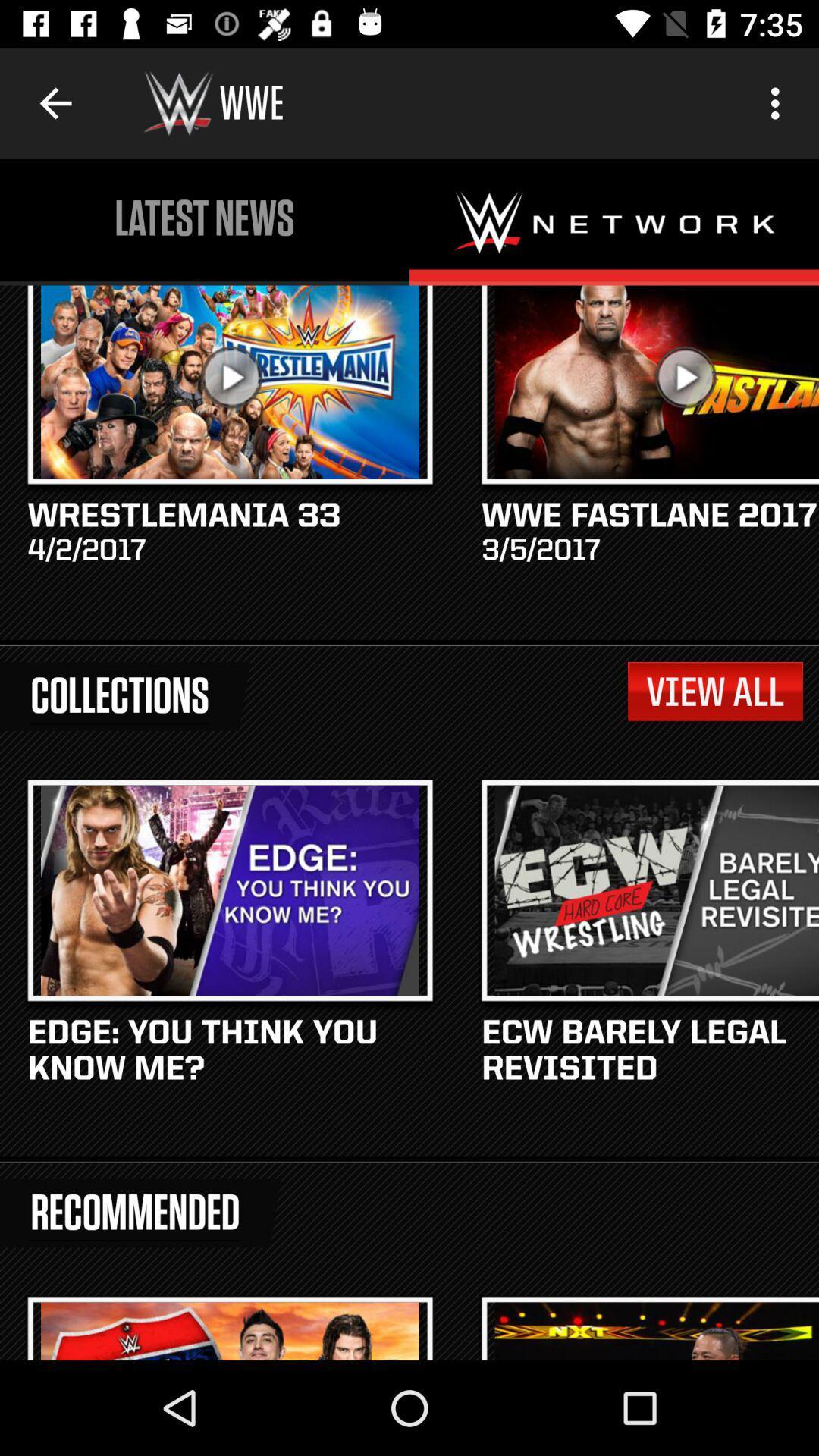 The height and width of the screenshot is (1456, 819). I want to click on network, so click(614, 221).